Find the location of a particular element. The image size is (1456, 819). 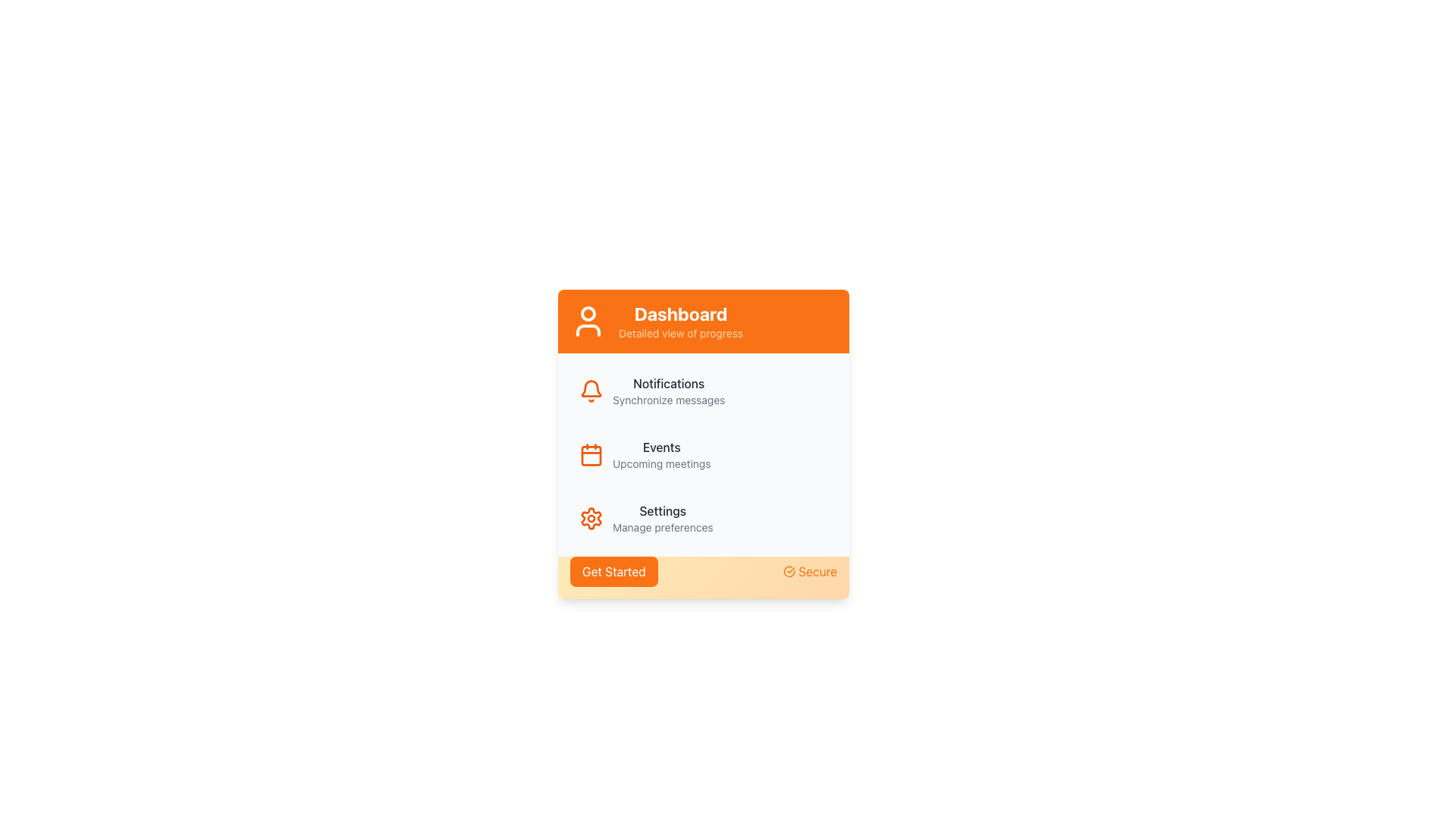

the 'Settings' static text label, which is styled in medium-weight dark gray font and is the first option on a white card is located at coordinates (663, 511).